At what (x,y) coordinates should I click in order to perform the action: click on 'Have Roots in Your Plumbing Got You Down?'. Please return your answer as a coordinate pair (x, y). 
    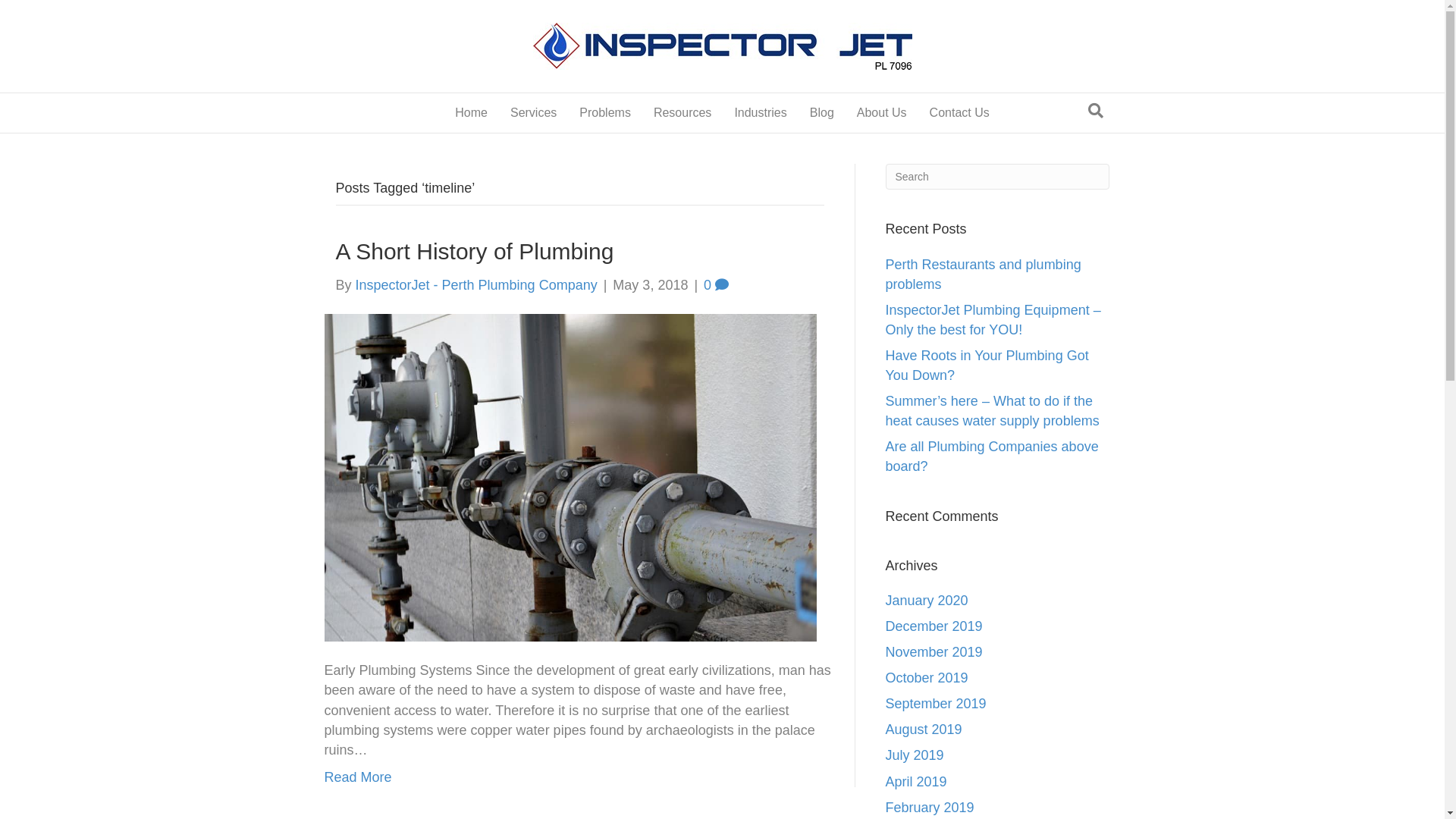
    Looking at the image, I should click on (987, 366).